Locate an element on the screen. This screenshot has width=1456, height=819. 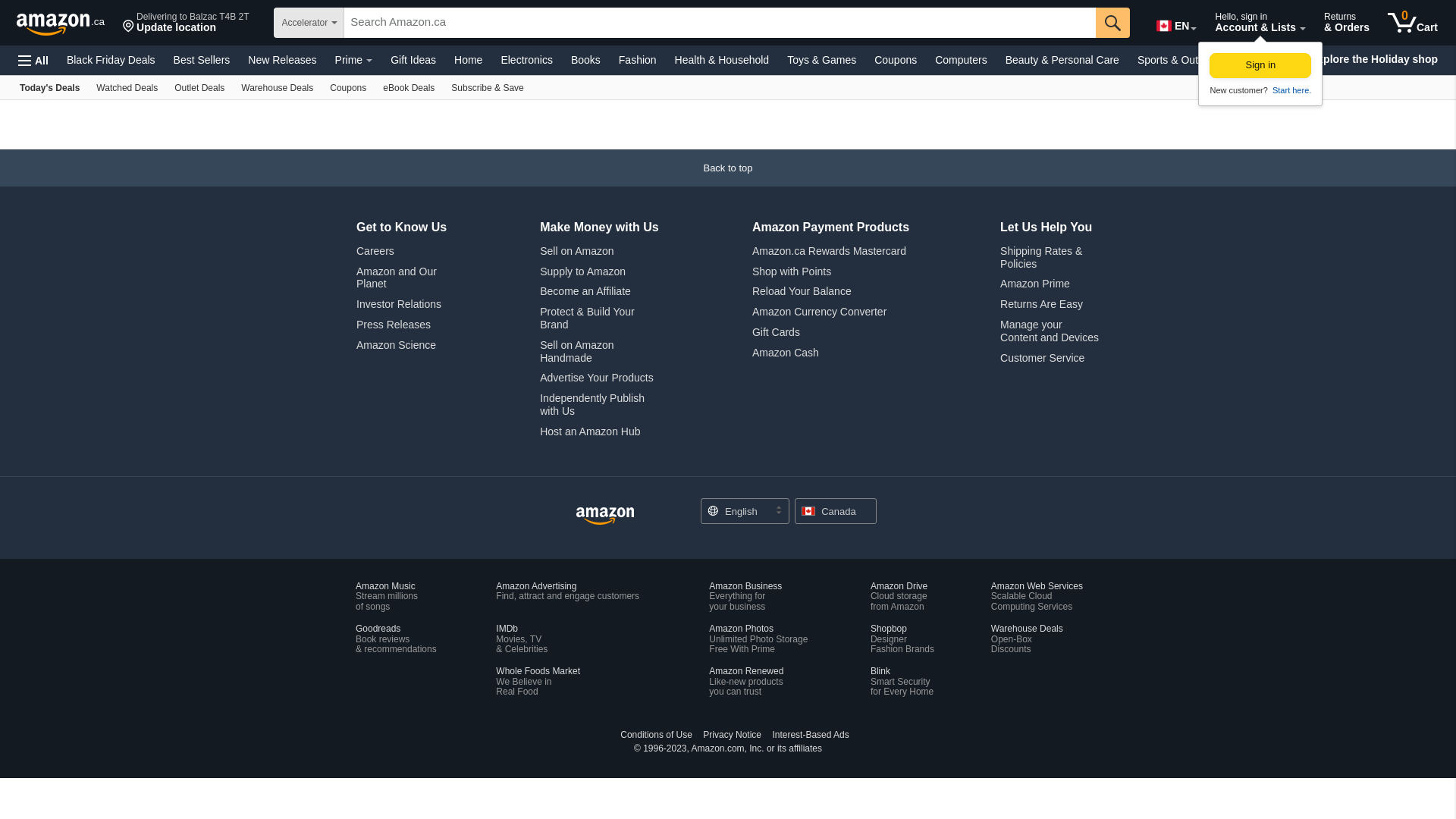
'EN' is located at coordinates (1147, 23).